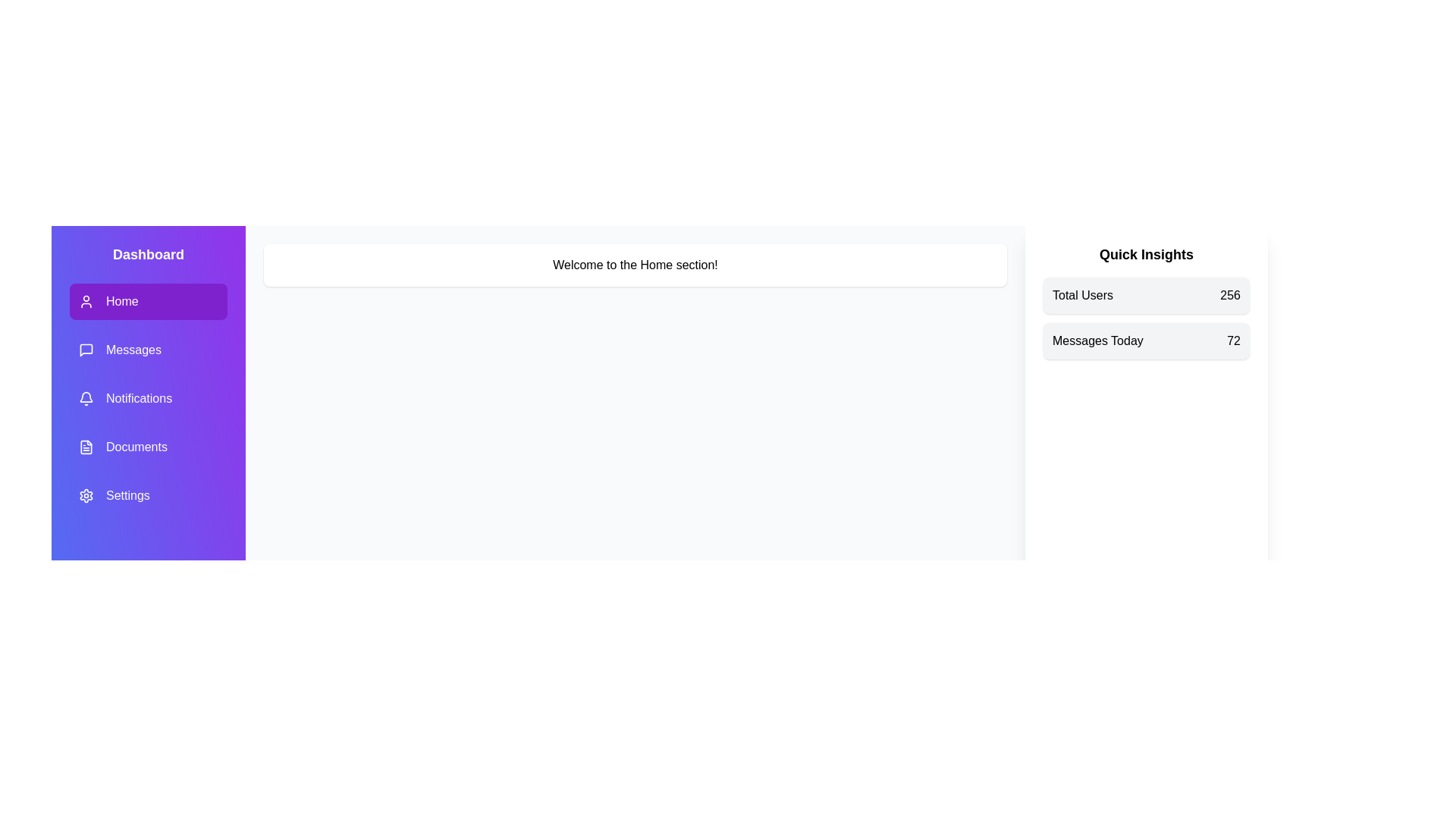  I want to click on the 'Documents' button, which is the fourth item in the vertically aligned navigation menu on the left pane, styled with a purple background and featuring a file icon on the left, so click(149, 447).